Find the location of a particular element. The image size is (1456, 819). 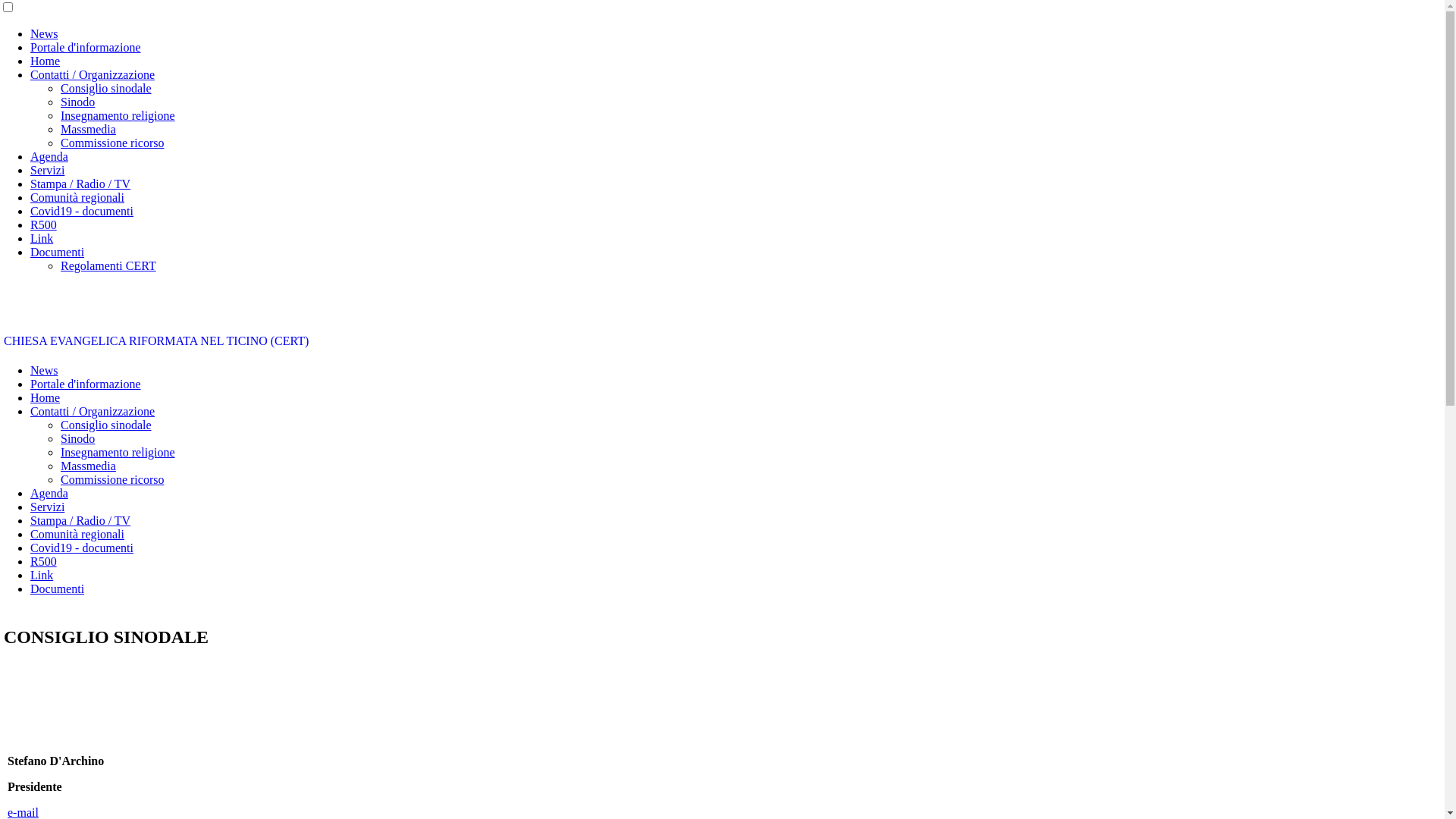

'Massmedia' is located at coordinates (87, 465).